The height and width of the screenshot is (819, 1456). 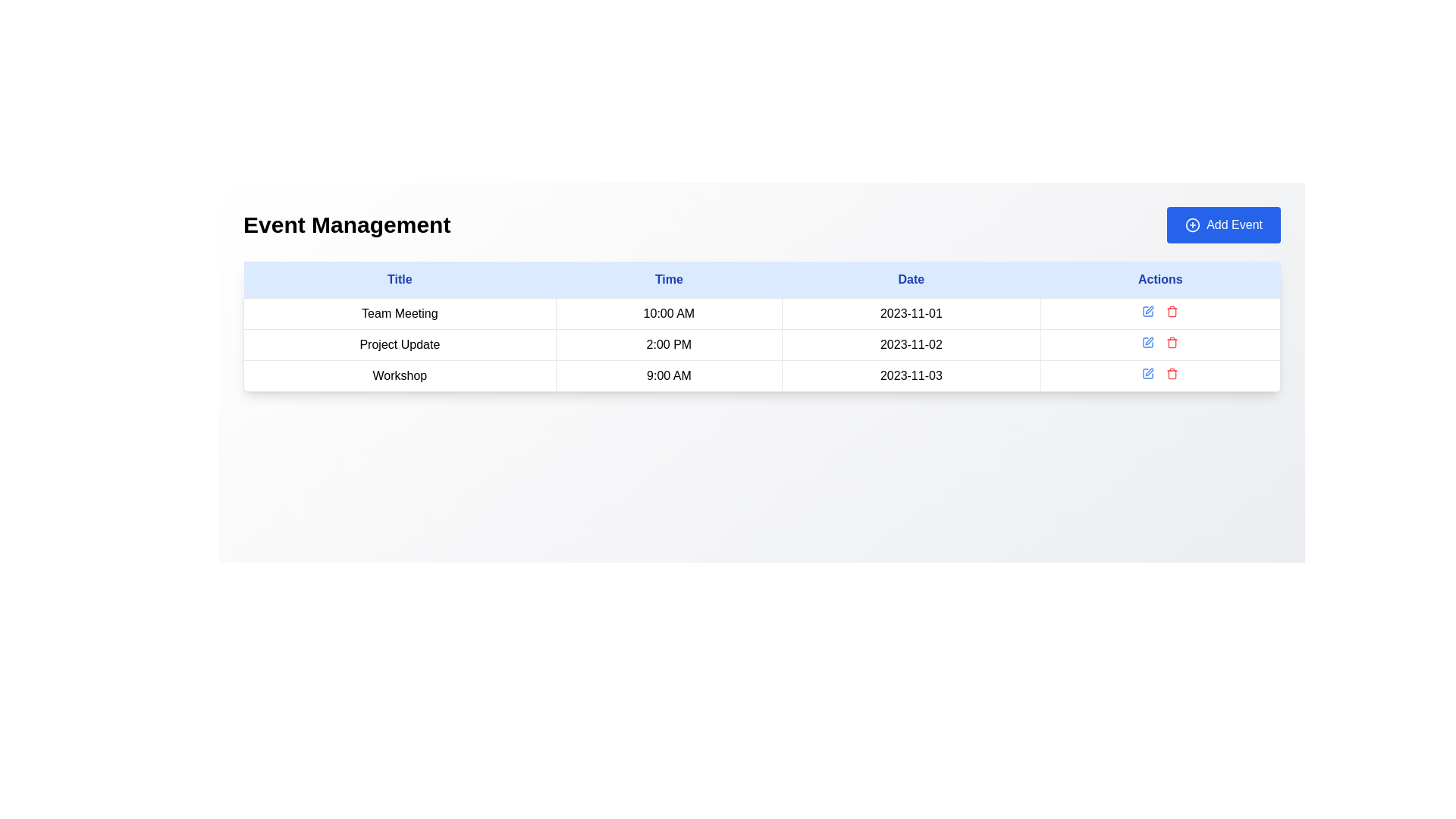 What do you see at coordinates (910, 375) in the screenshot?
I see `the text label displaying the date '2023-11-03' located in the third column of the last row in the table, which has a border and padding, and is positioned after the '9:00 AM' cell` at bounding box center [910, 375].